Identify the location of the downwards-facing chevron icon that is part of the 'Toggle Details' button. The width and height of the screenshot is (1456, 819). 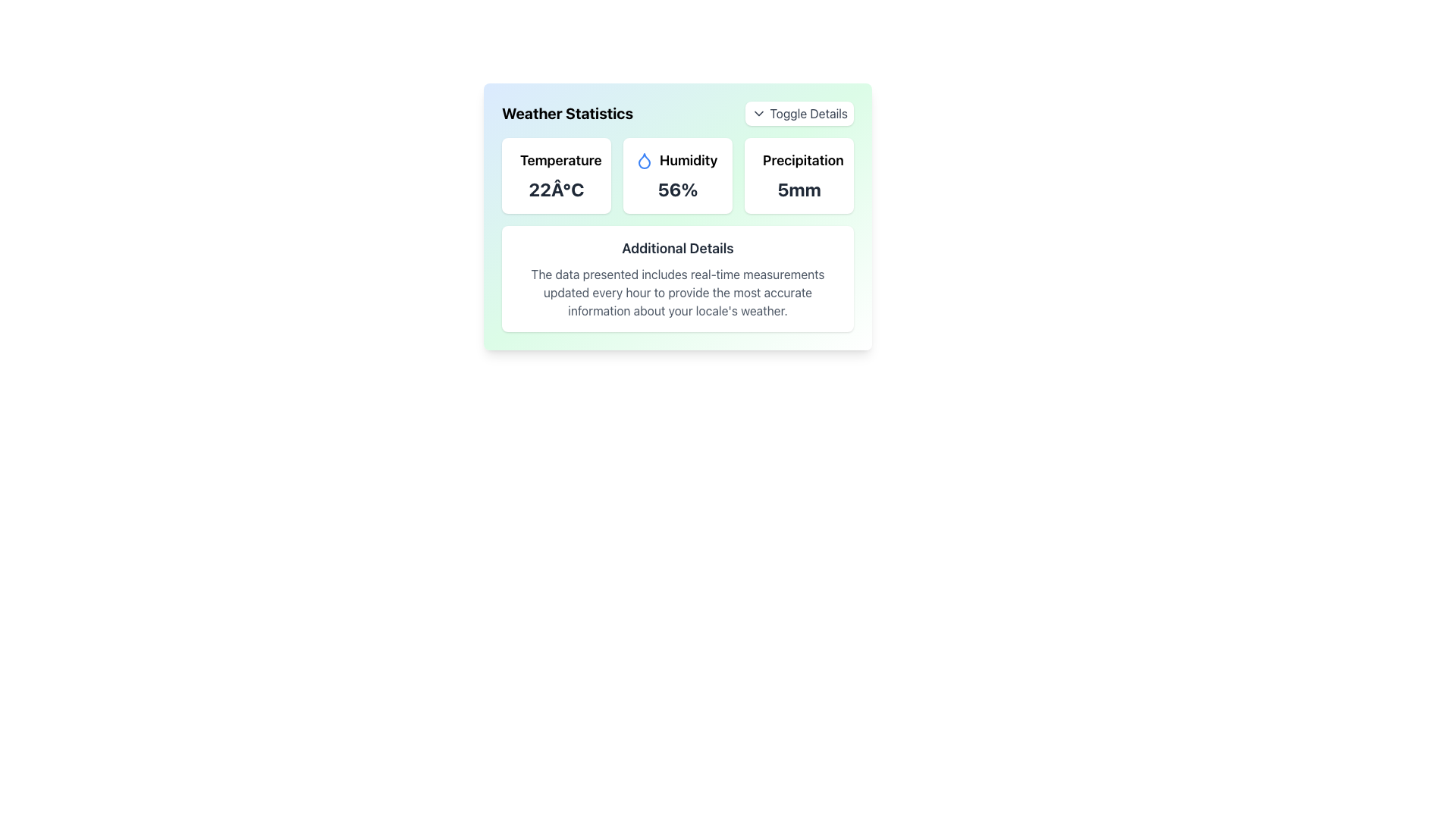
(759, 113).